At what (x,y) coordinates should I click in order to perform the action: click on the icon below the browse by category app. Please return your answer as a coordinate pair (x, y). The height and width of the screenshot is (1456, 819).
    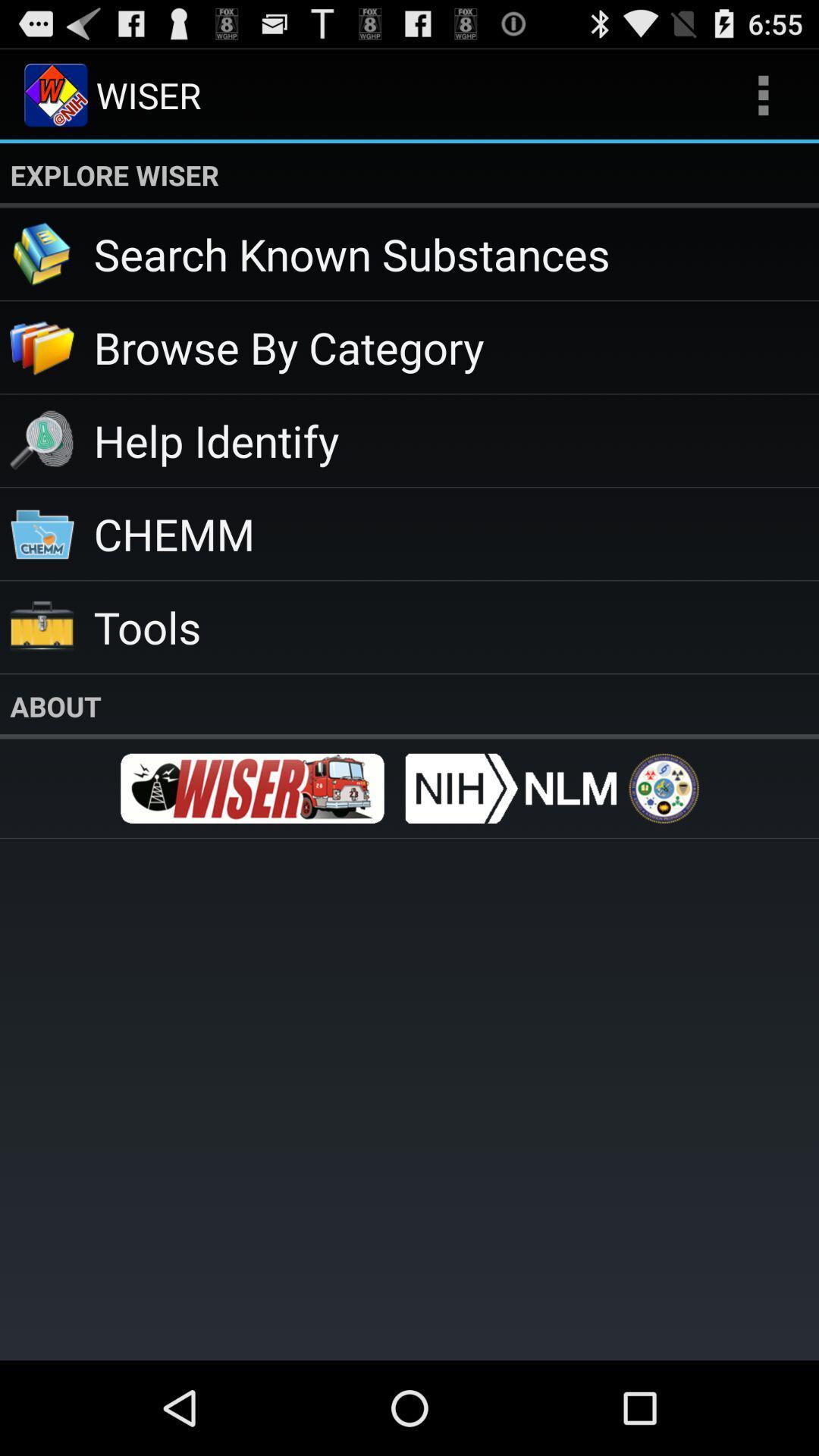
    Looking at the image, I should click on (455, 439).